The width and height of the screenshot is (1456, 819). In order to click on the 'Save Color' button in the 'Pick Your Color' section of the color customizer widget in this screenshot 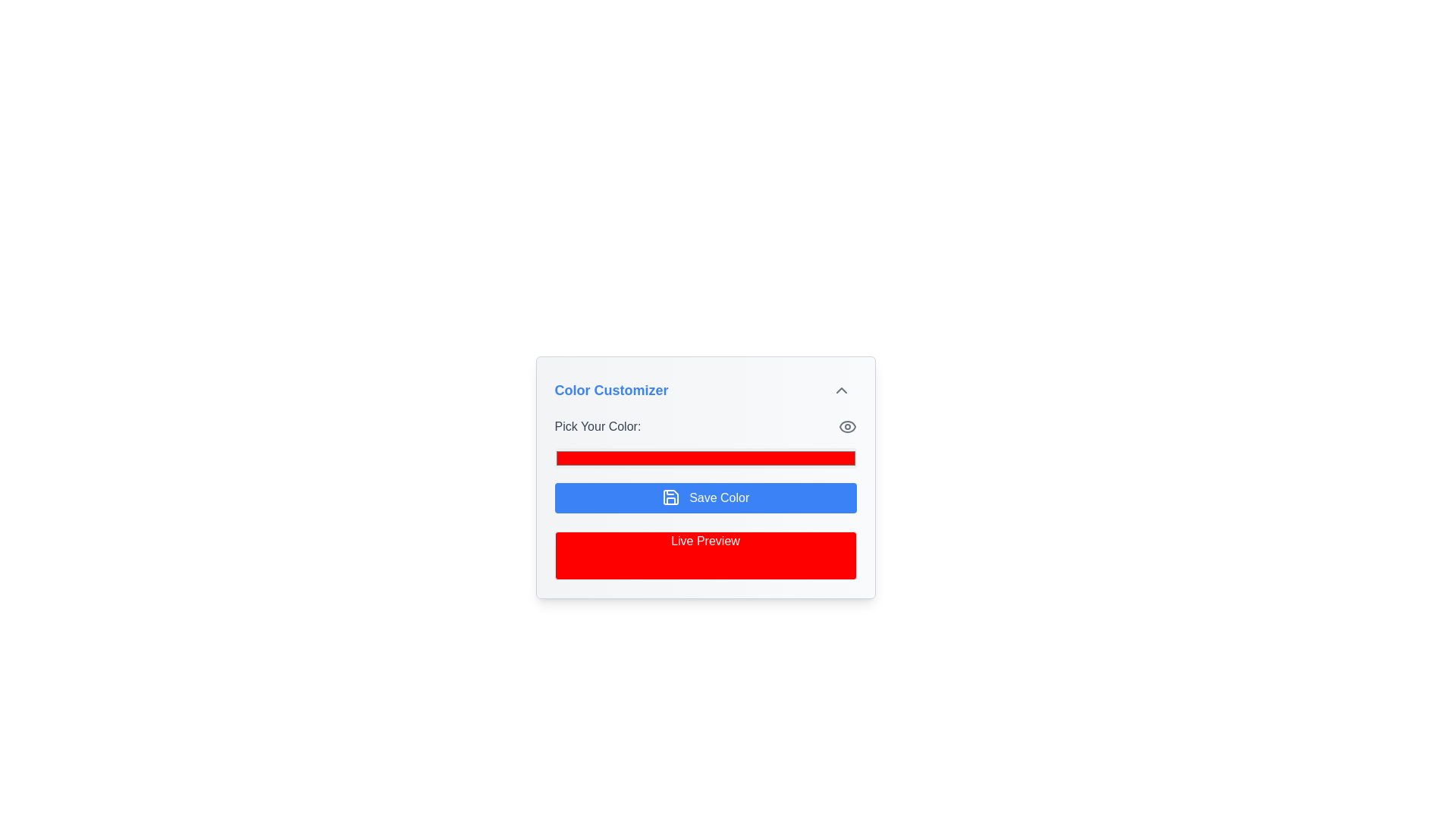, I will do `click(704, 499)`.